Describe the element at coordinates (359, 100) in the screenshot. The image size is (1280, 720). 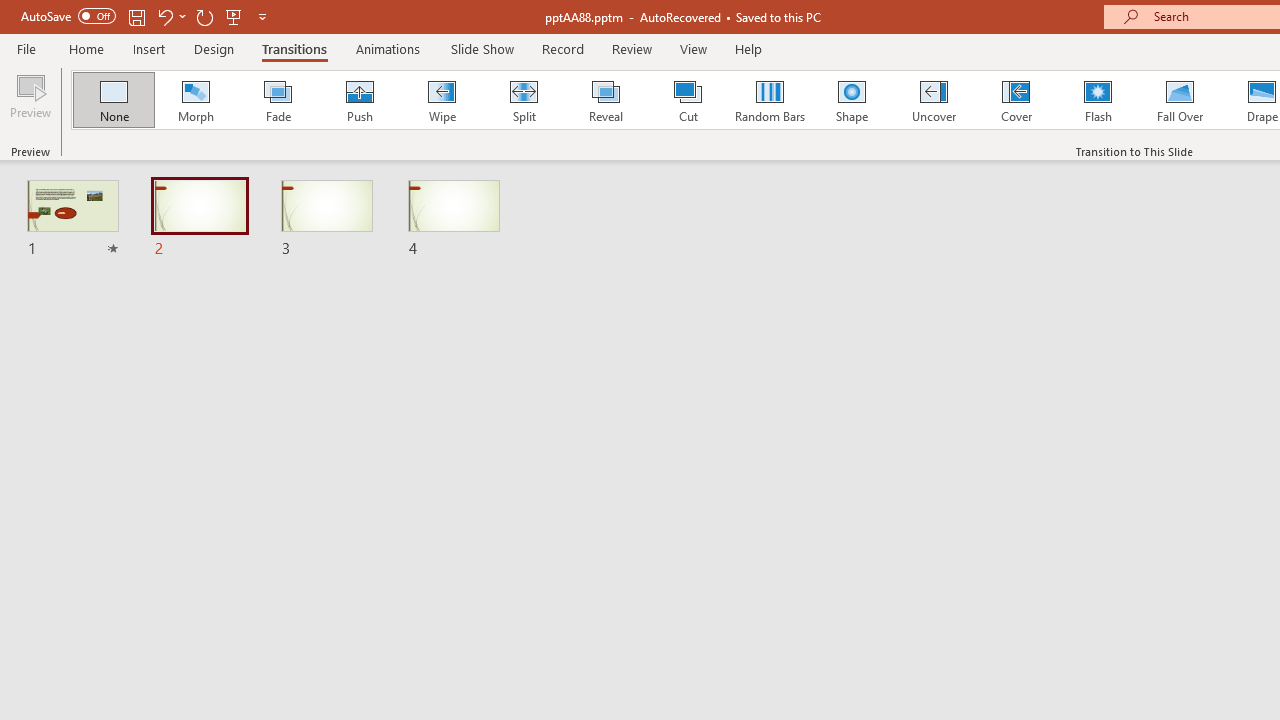
I see `'Push'` at that location.